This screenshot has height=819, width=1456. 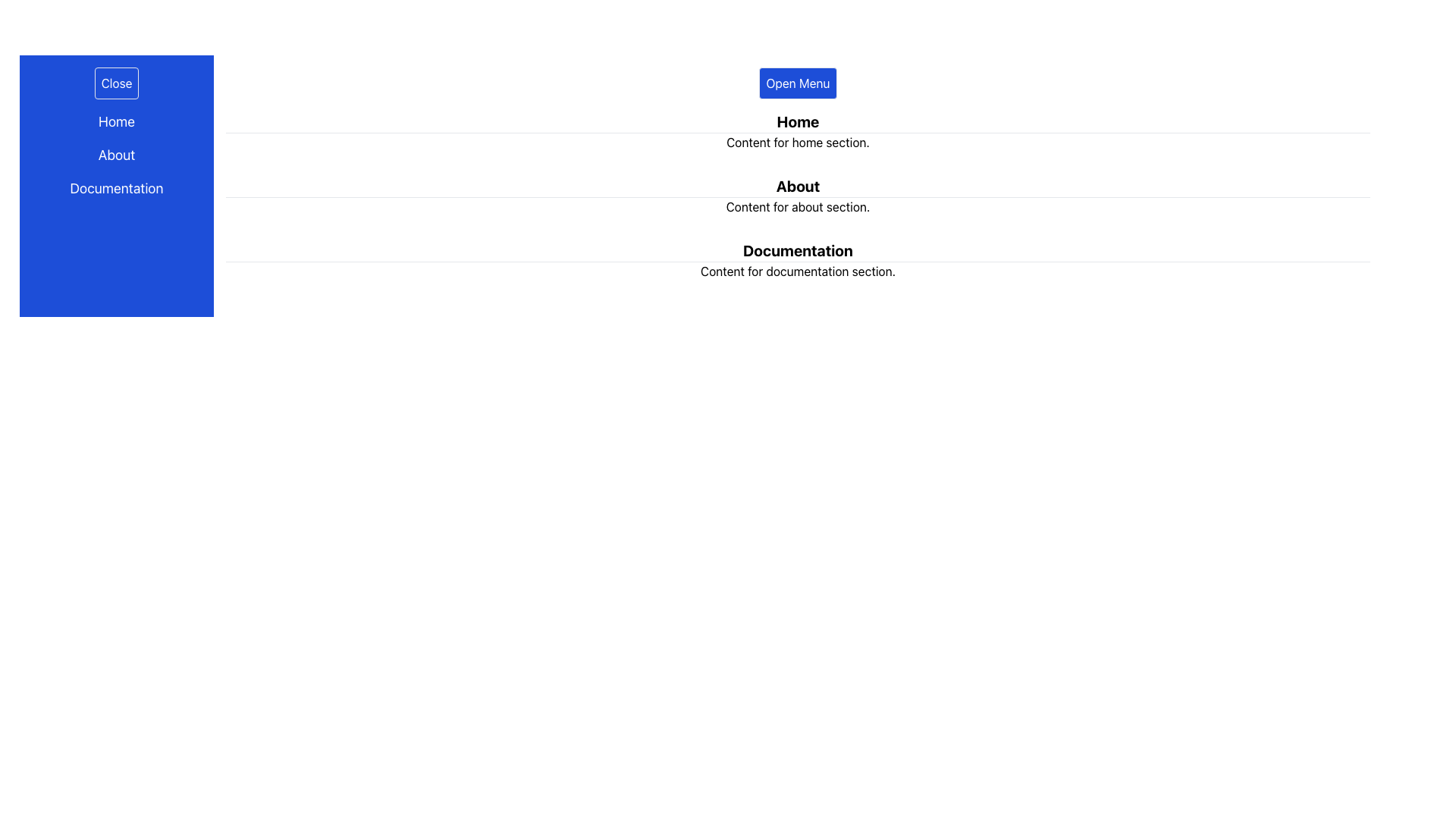 I want to click on the 'Home' text element in the vertical navigation menu, so click(x=115, y=121).